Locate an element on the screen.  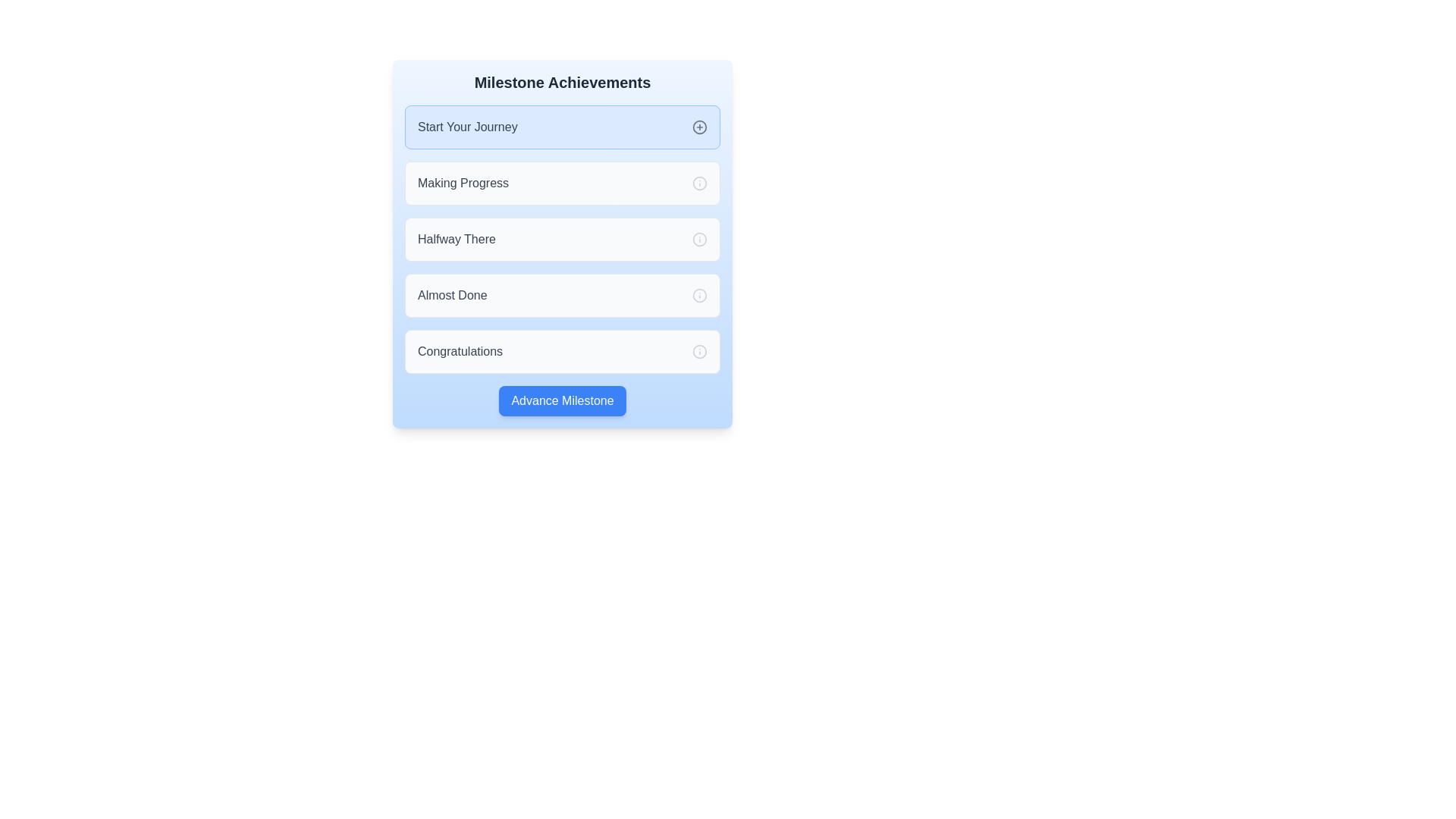
the descriptive text indicating completion or achievement located above the 'Advance Milestone' button in the last card labeled under 'Milestone Achievements' is located at coordinates (460, 351).